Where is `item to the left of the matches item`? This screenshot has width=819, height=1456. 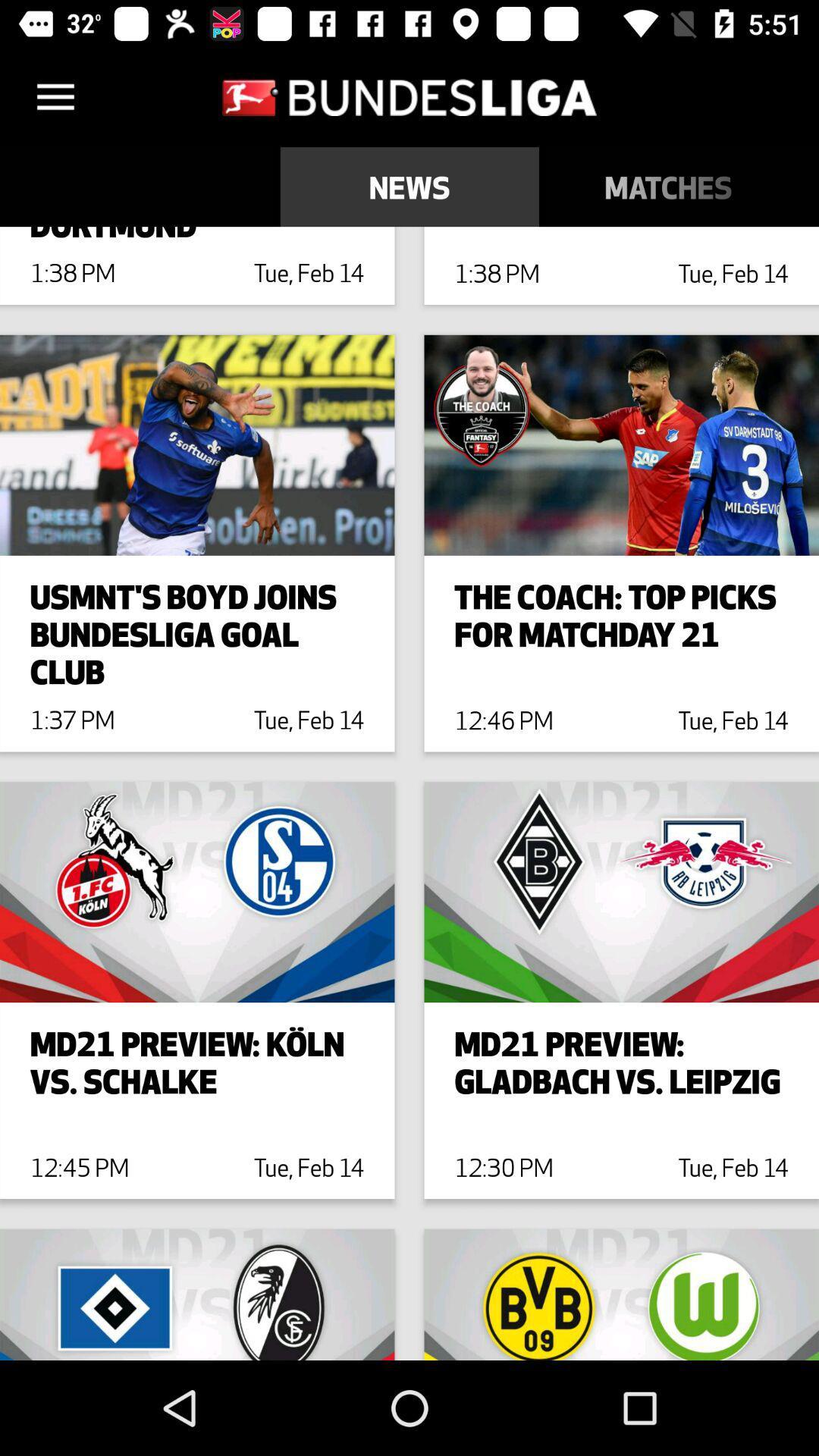
item to the left of the matches item is located at coordinates (409, 186).